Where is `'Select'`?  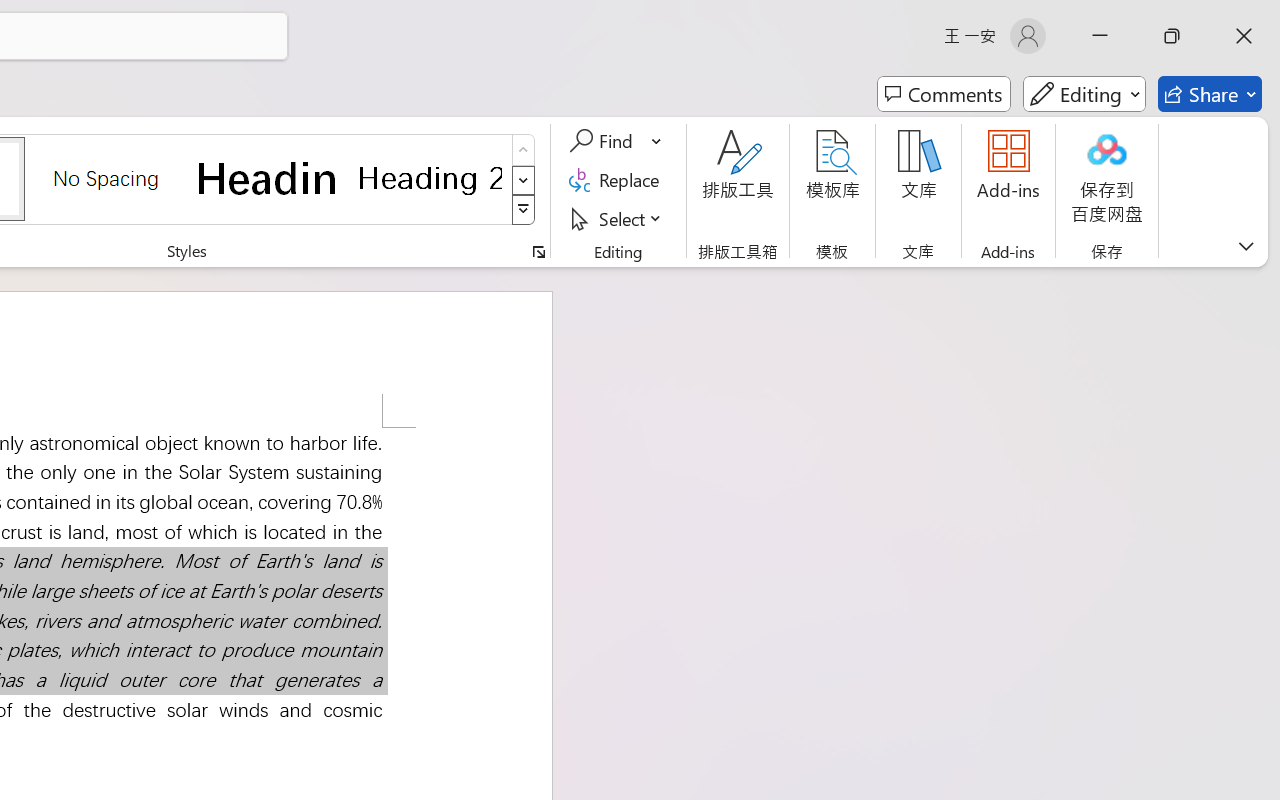
'Select' is located at coordinates (617, 218).